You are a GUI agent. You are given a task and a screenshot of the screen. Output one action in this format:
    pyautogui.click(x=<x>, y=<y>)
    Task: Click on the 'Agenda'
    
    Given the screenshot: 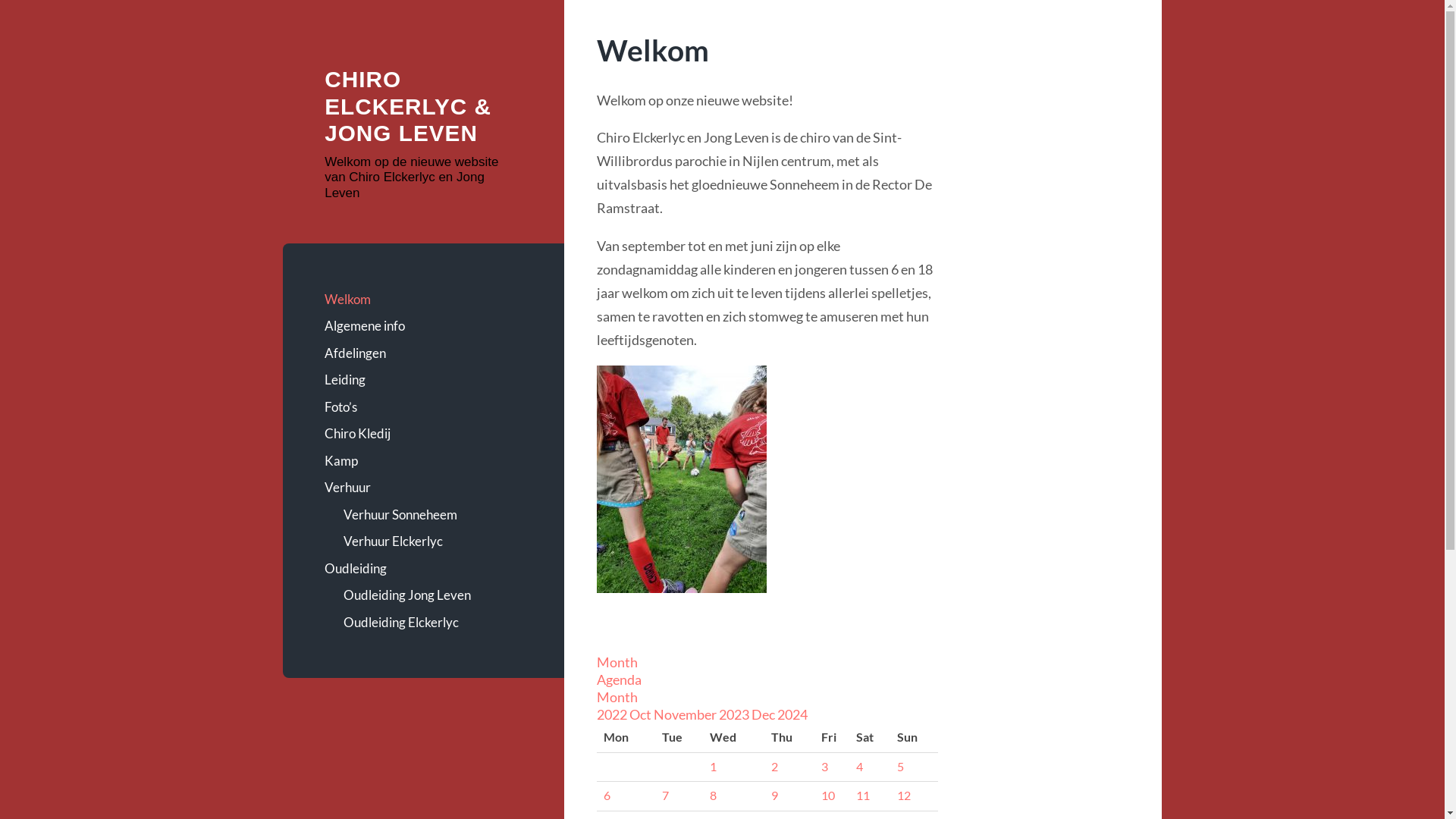 What is the action you would take?
    pyautogui.click(x=619, y=678)
    